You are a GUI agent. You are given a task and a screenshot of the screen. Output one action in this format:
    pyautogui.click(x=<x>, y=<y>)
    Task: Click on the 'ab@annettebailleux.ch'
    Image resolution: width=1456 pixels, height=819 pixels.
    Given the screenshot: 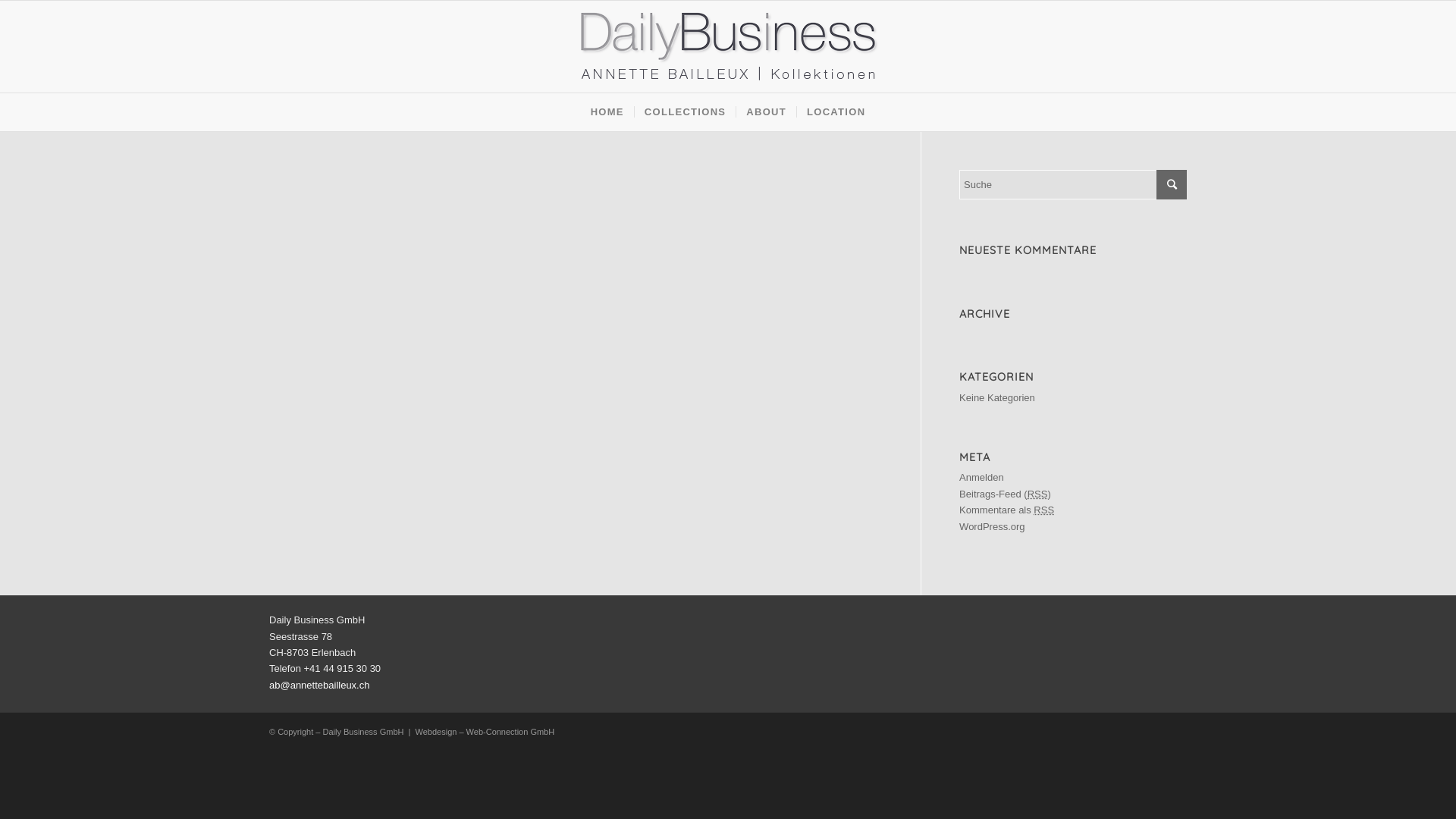 What is the action you would take?
    pyautogui.click(x=269, y=685)
    